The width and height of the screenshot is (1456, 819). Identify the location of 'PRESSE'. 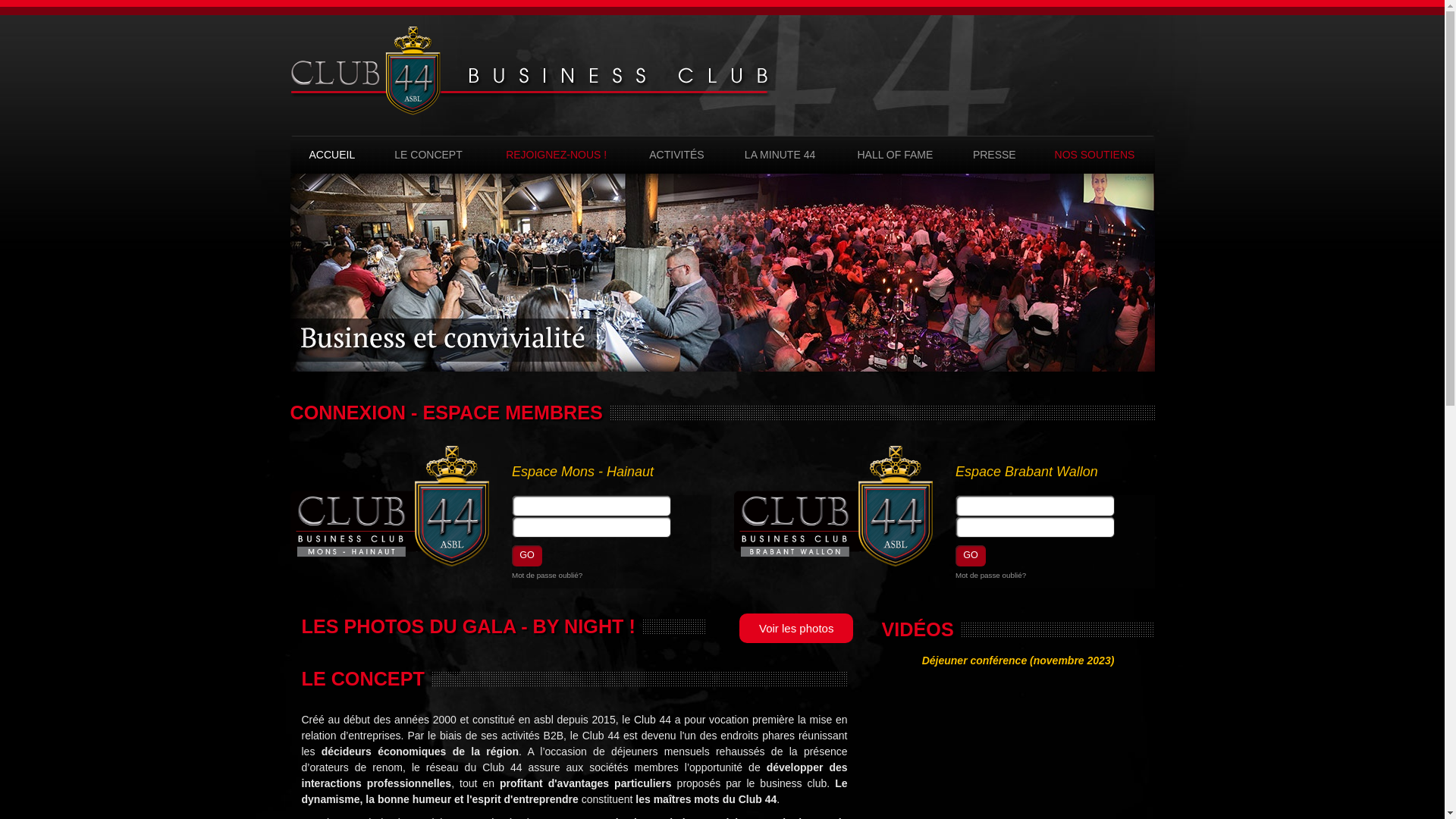
(993, 155).